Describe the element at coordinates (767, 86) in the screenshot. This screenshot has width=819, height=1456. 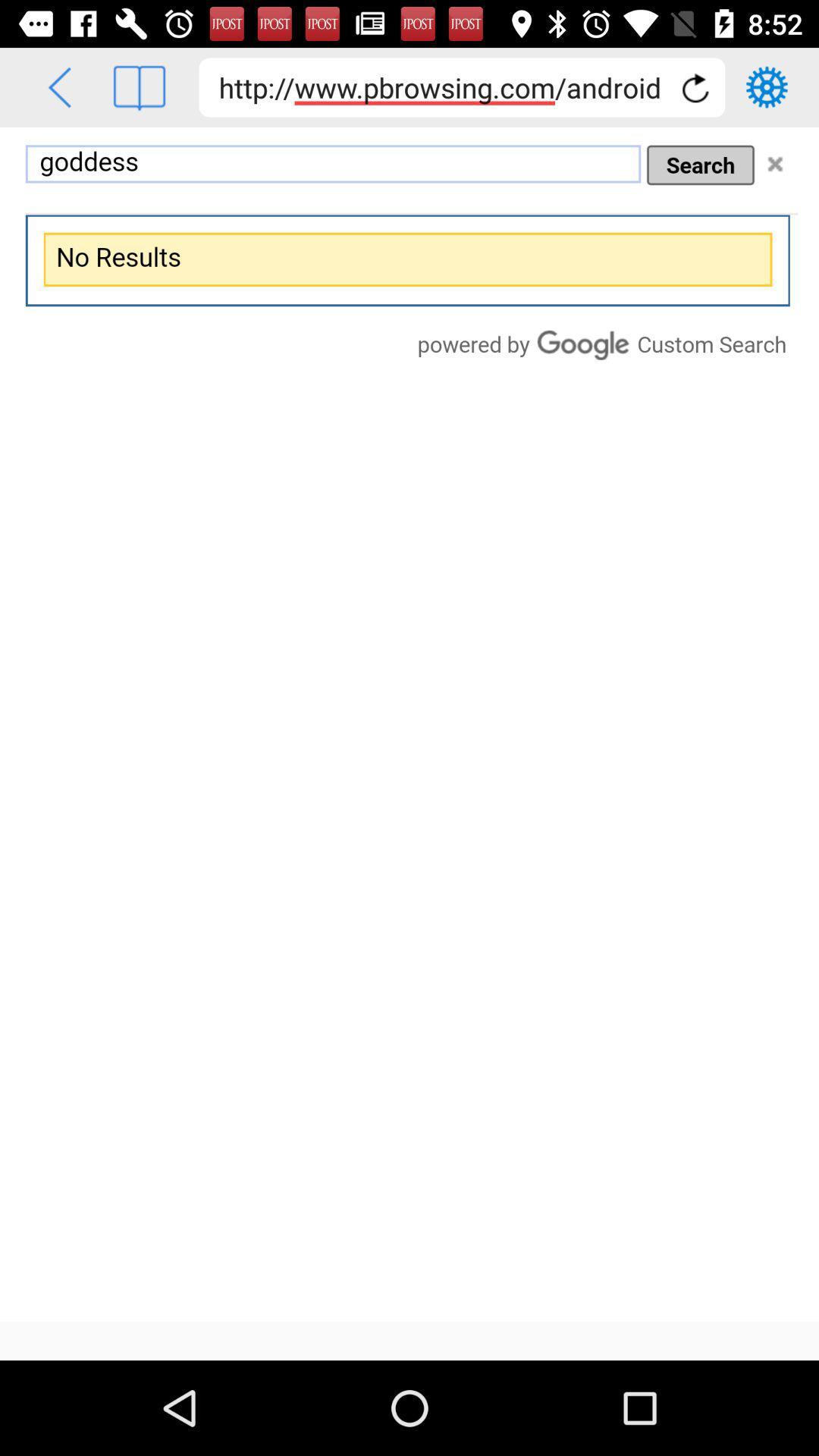
I see `the settings icon` at that location.